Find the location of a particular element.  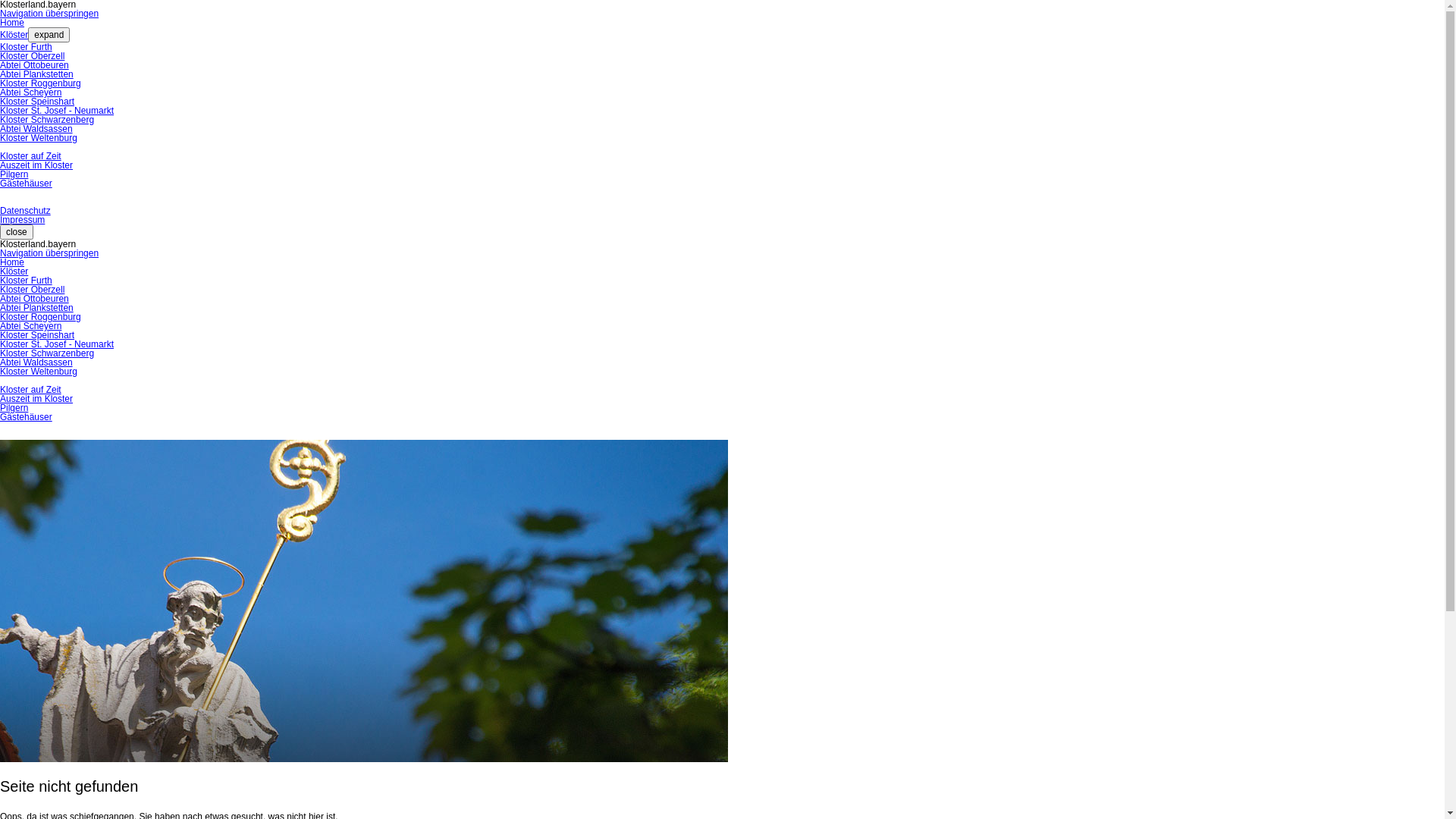

' ' is located at coordinates (1, 201).